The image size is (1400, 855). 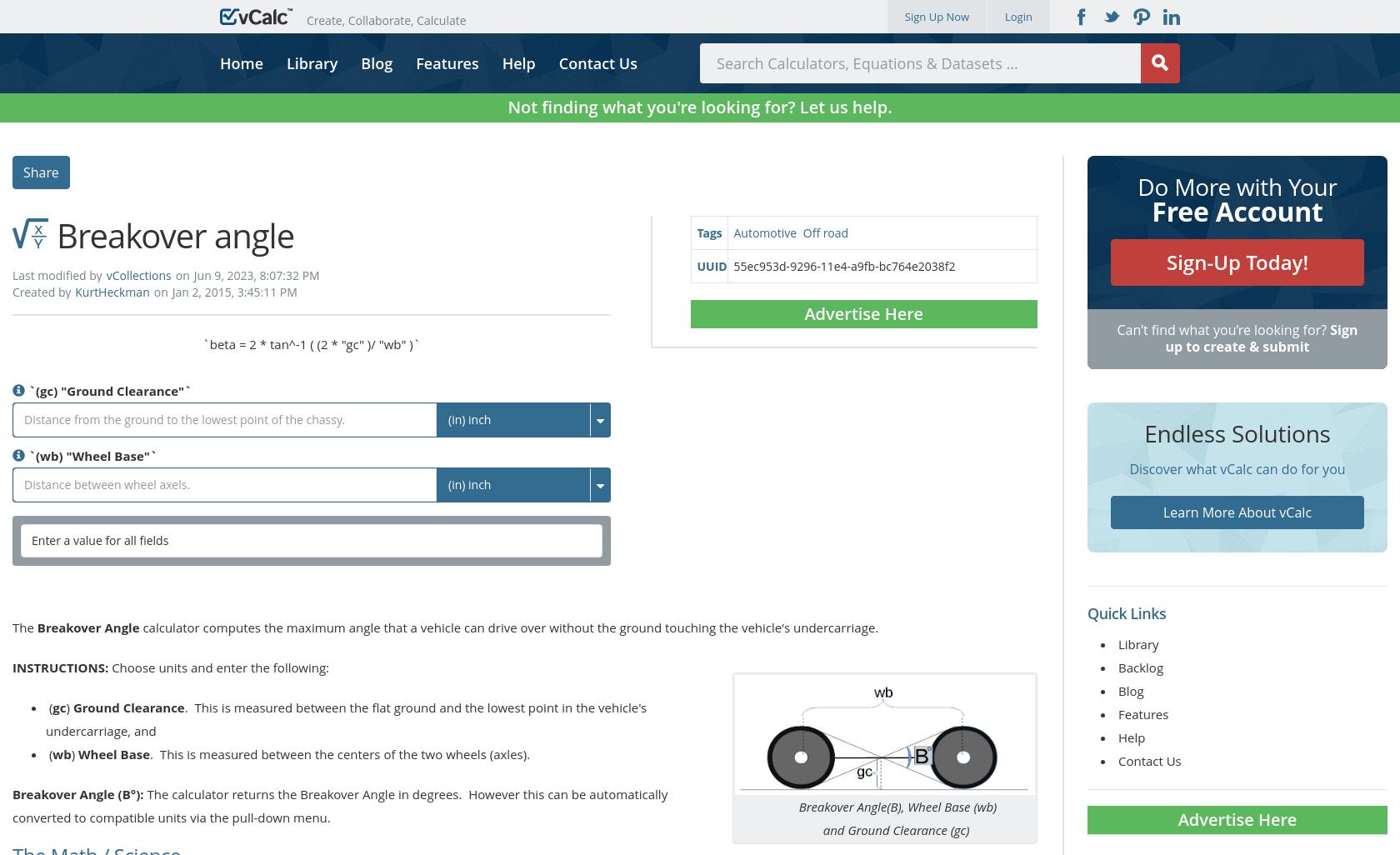 What do you see at coordinates (59, 706) in the screenshot?
I see `'gc'` at bounding box center [59, 706].